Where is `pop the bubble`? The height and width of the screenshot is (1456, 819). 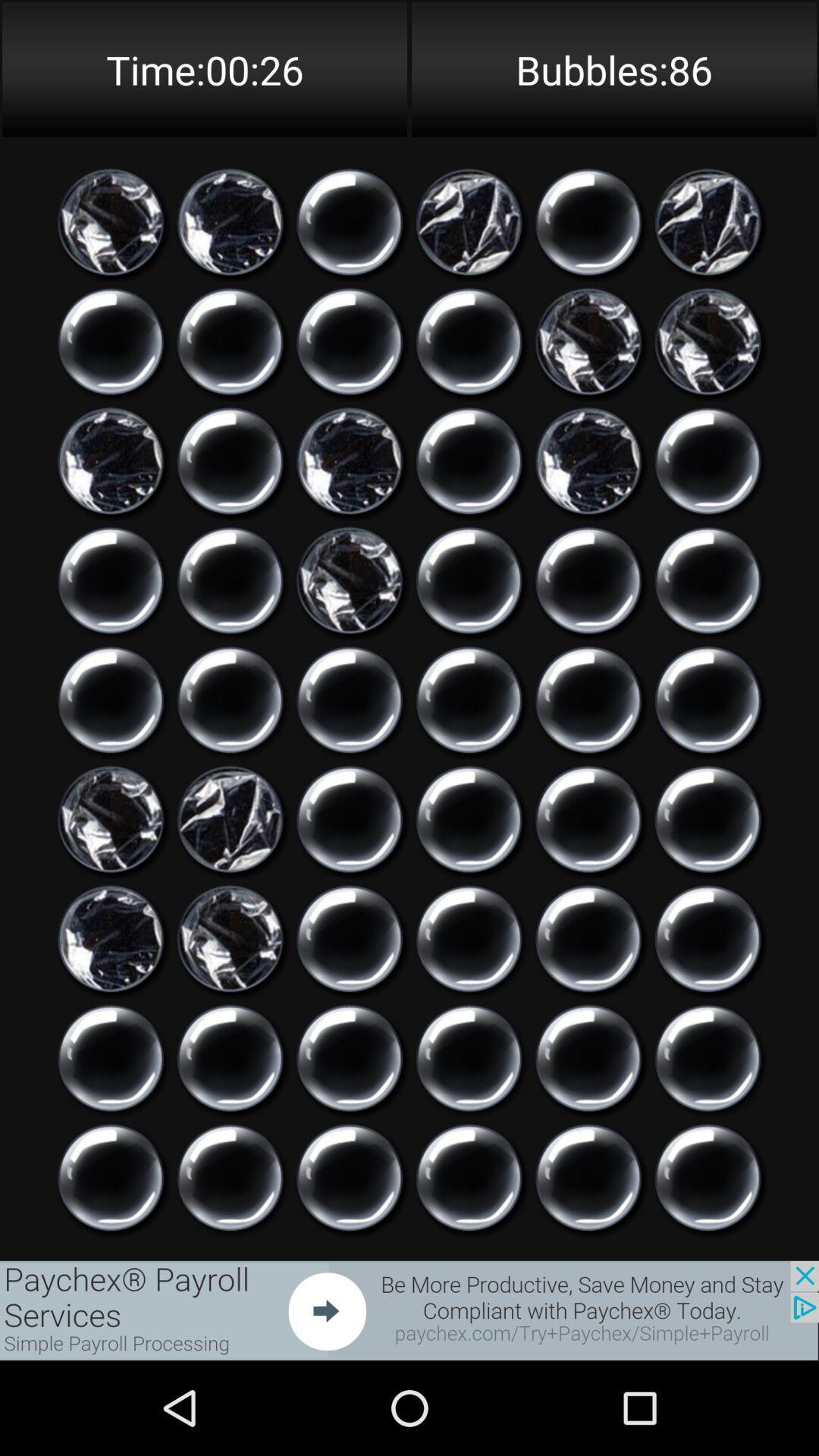
pop the bubble is located at coordinates (708, 579).